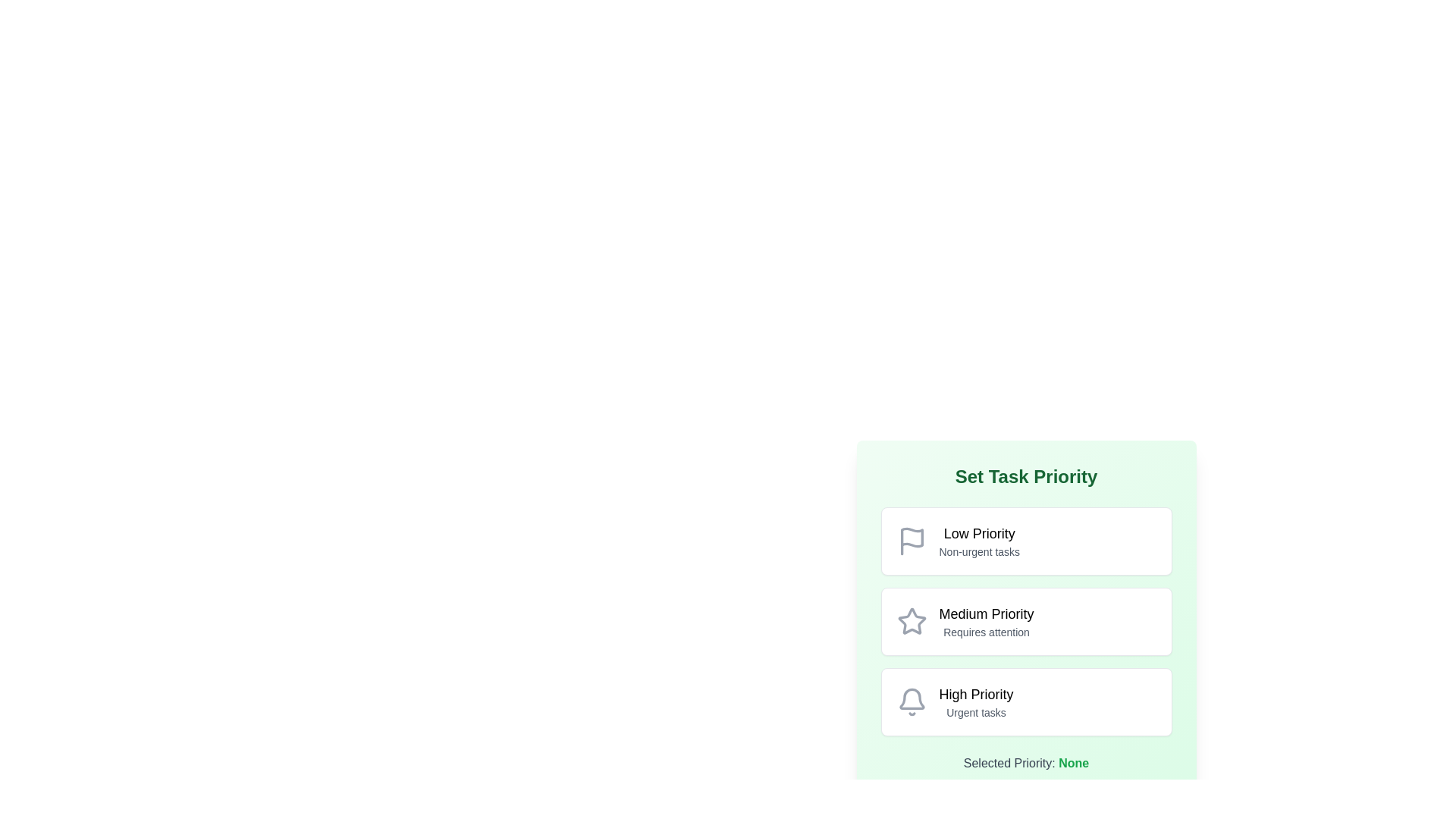  I want to click on the 'Medium Priority' option block, so click(1026, 622).